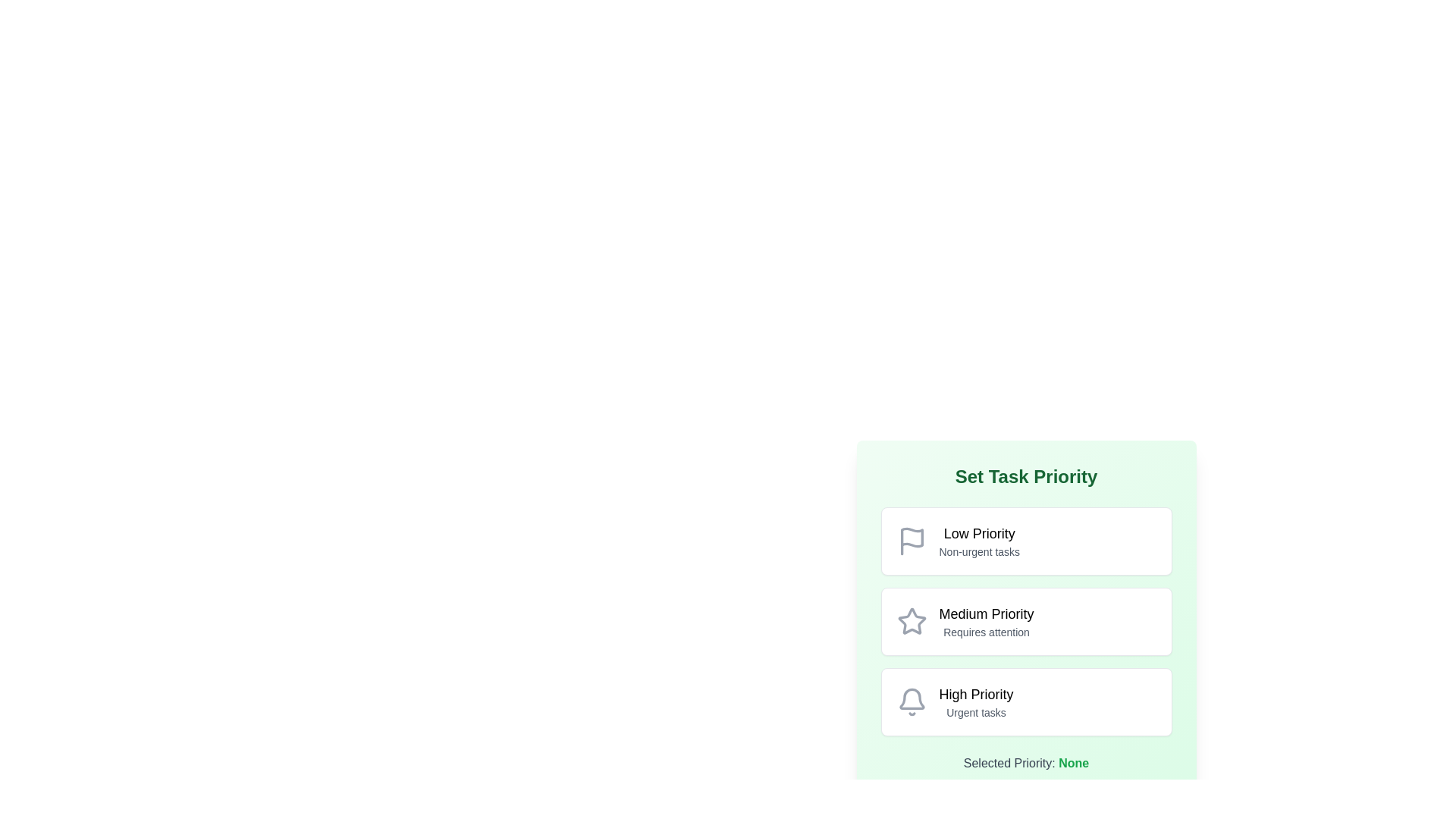  I want to click on the 'Medium Priority' option block, so click(1026, 622).